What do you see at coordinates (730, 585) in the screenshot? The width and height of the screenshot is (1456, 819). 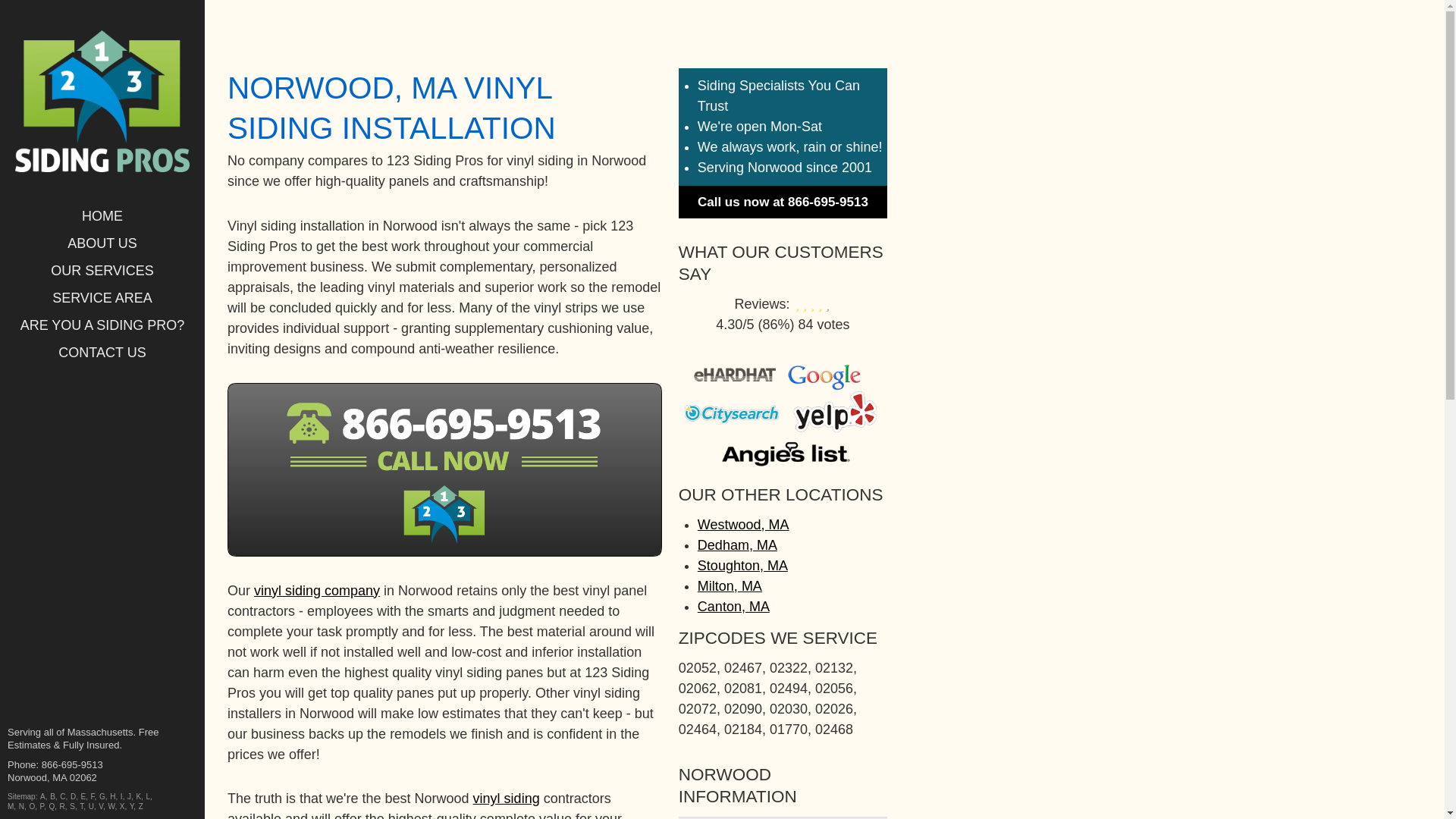 I see `'Milton, MA'` at bounding box center [730, 585].